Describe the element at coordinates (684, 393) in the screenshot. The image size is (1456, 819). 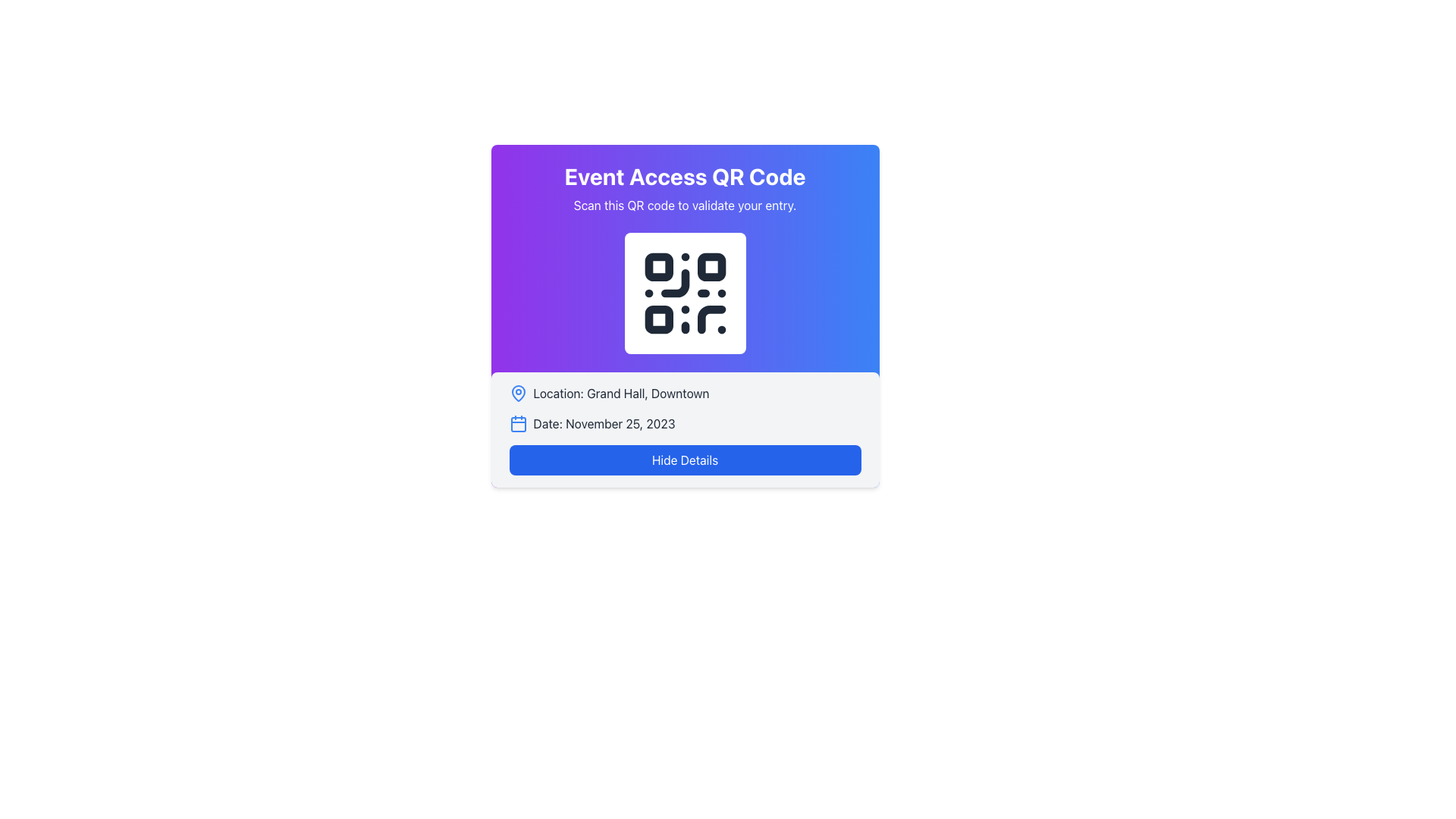
I see `the Text label displaying 'Location: Grand Hall, Downtown' with a blue pin icon, which is located directly beneath the QR code and above the 'Date: November 25, 2023' text` at that location.